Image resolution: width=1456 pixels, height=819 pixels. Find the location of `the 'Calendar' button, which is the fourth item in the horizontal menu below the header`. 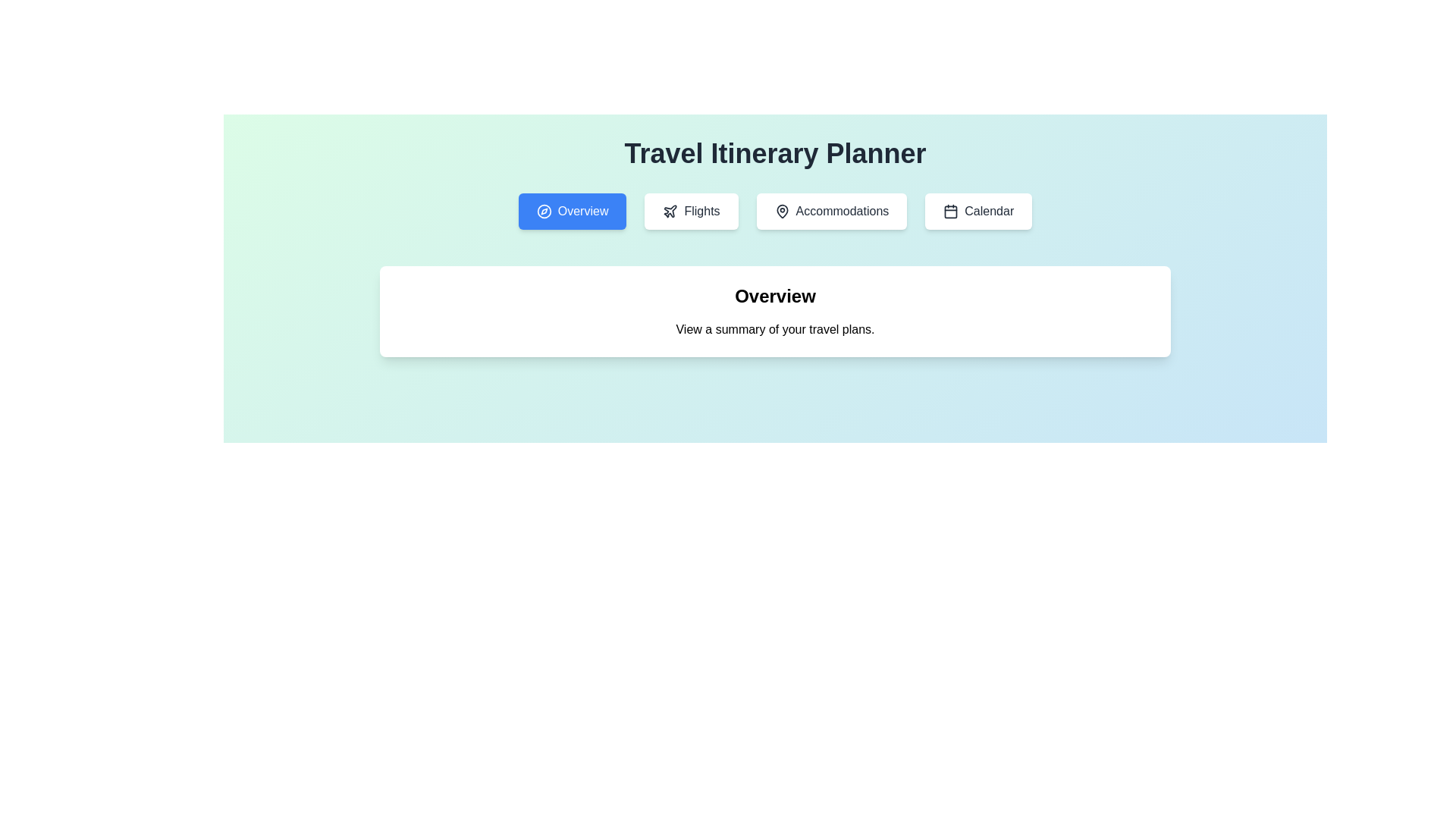

the 'Calendar' button, which is the fourth item in the horizontal menu below the header is located at coordinates (978, 211).